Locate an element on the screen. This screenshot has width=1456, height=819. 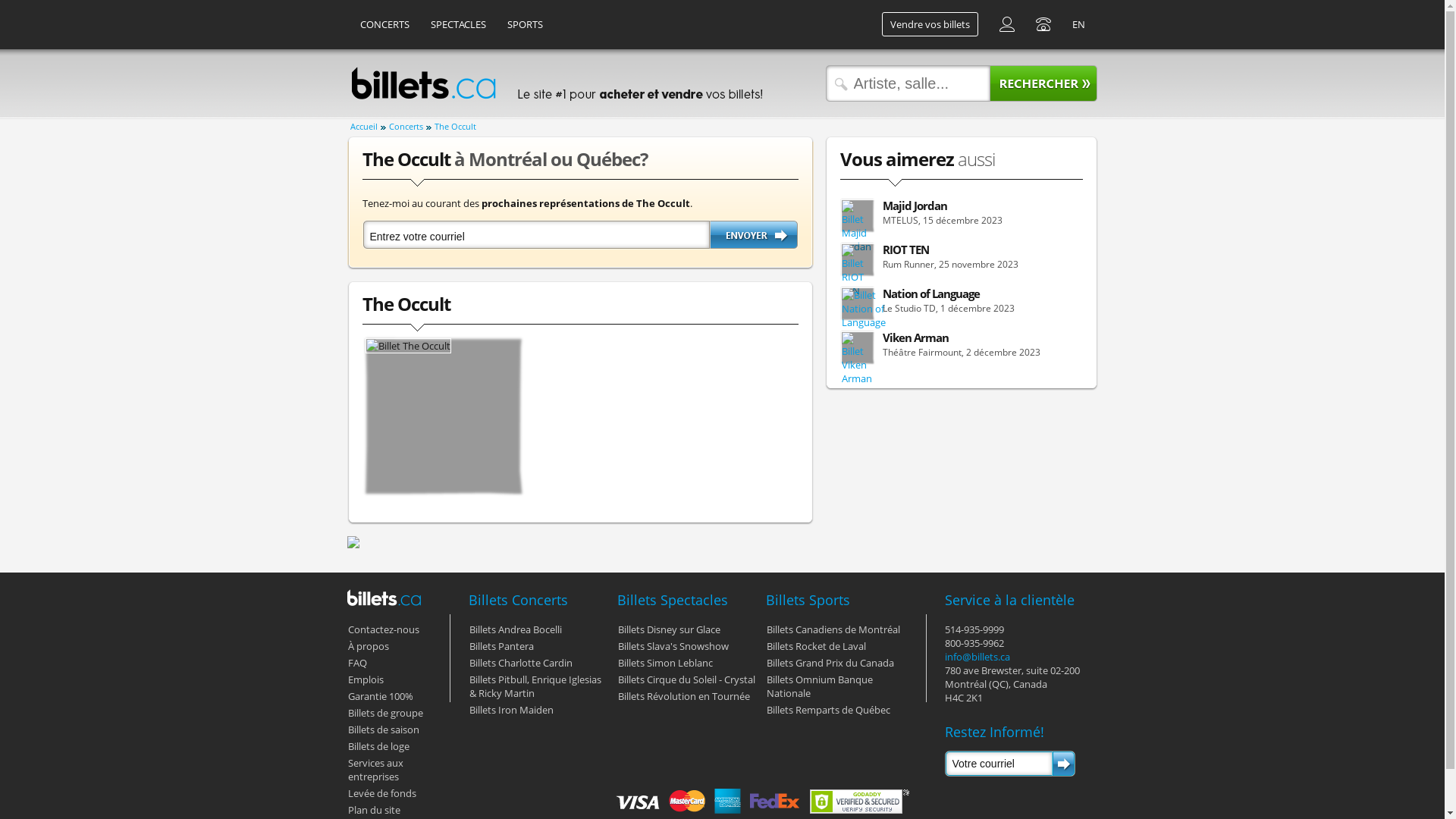
'Billets Pantera' is located at coordinates (500, 646).